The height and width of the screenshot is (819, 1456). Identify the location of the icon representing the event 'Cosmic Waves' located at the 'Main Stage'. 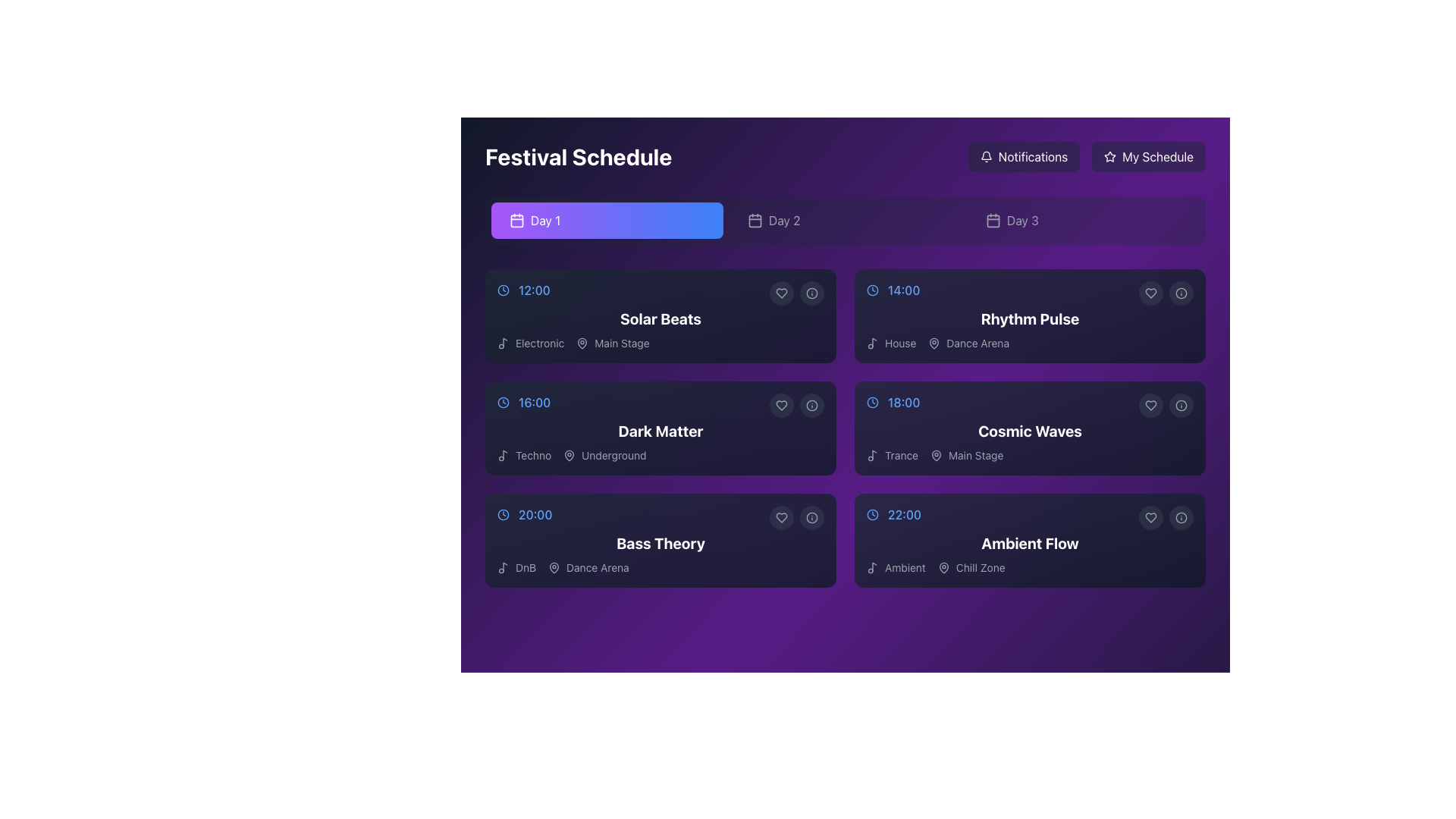
(935, 455).